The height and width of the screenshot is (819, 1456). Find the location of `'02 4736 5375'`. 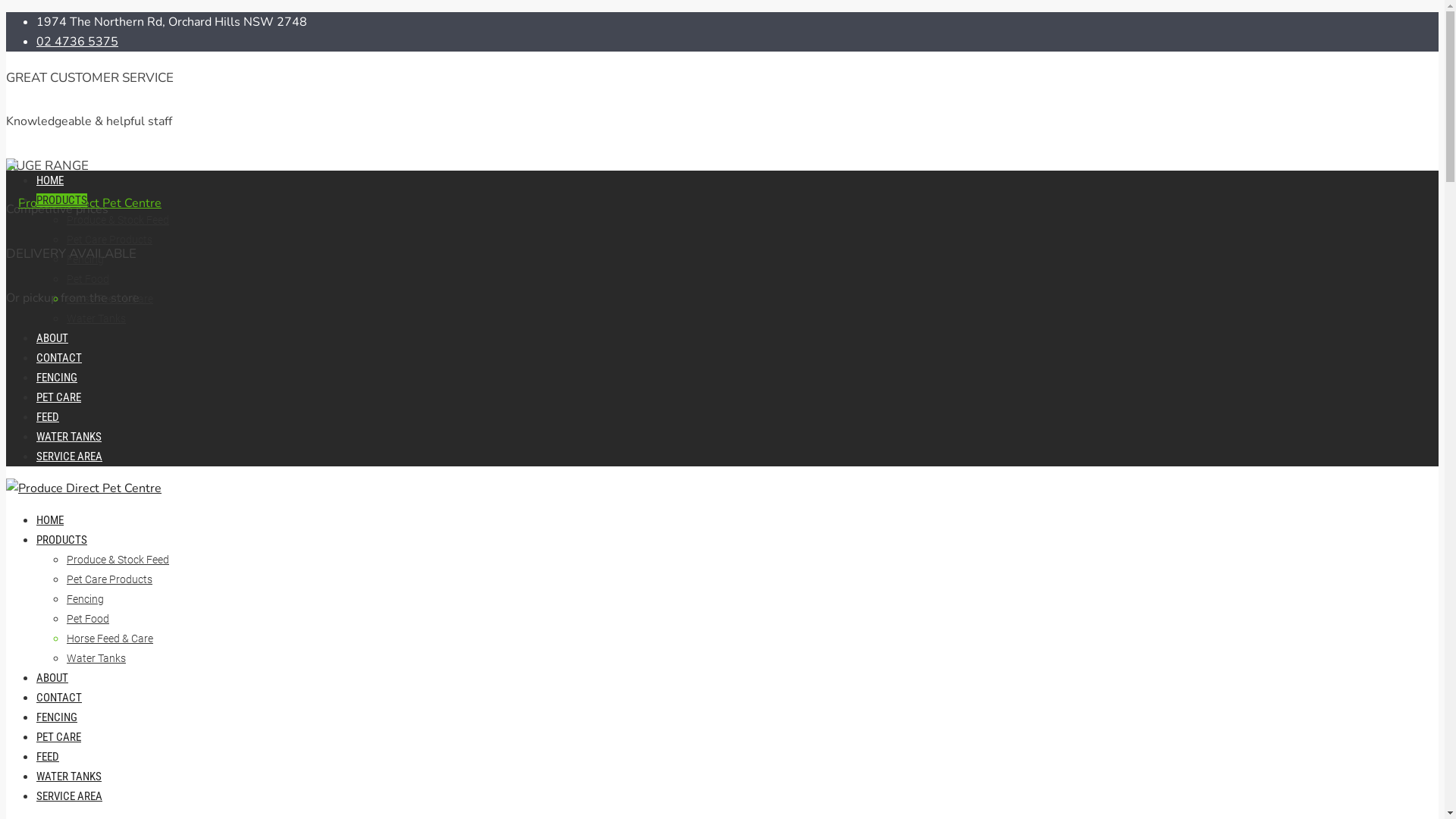

'02 4736 5375' is located at coordinates (76, 40).